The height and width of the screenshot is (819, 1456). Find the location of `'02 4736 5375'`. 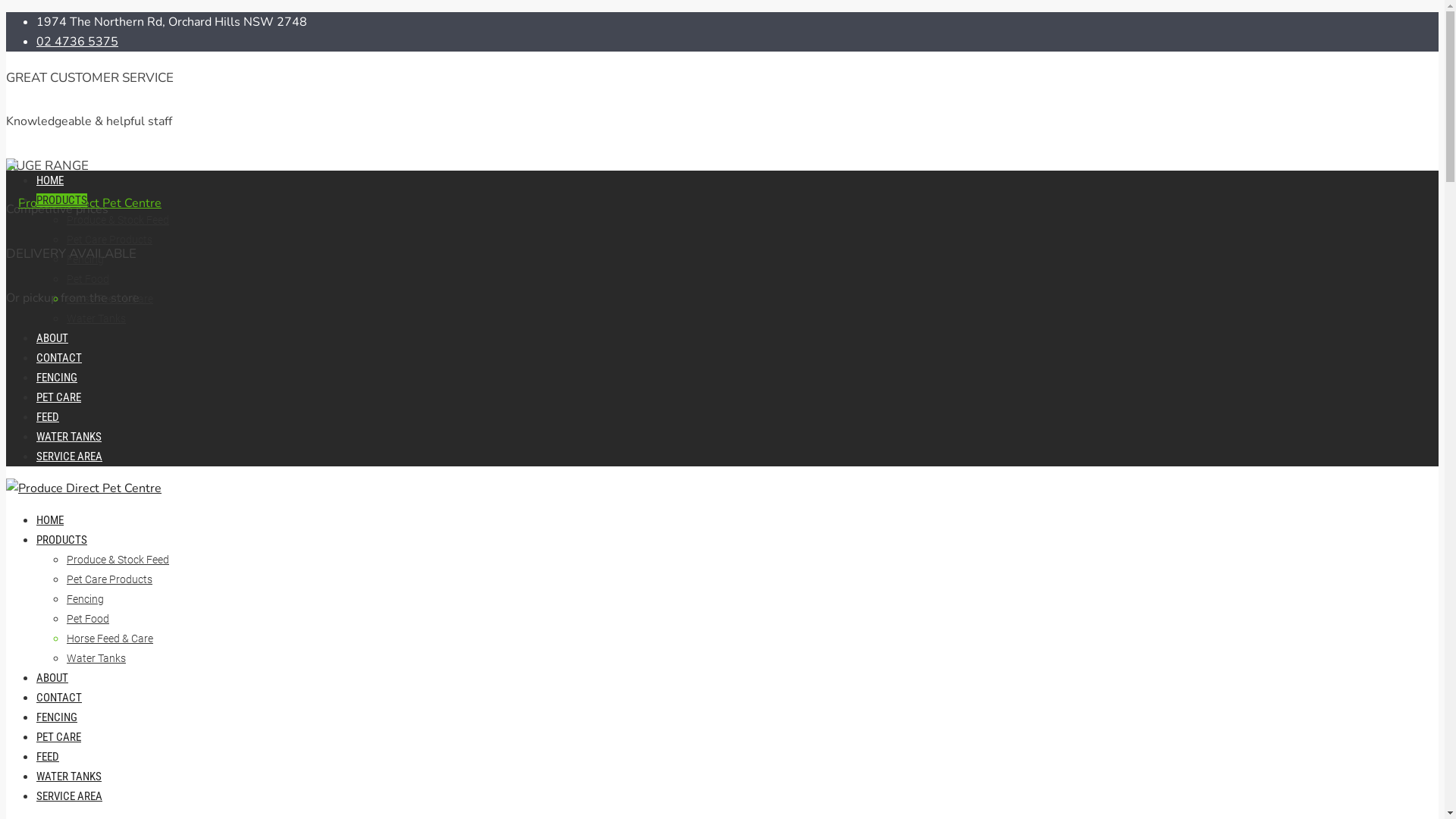

'02 4736 5375' is located at coordinates (76, 40).